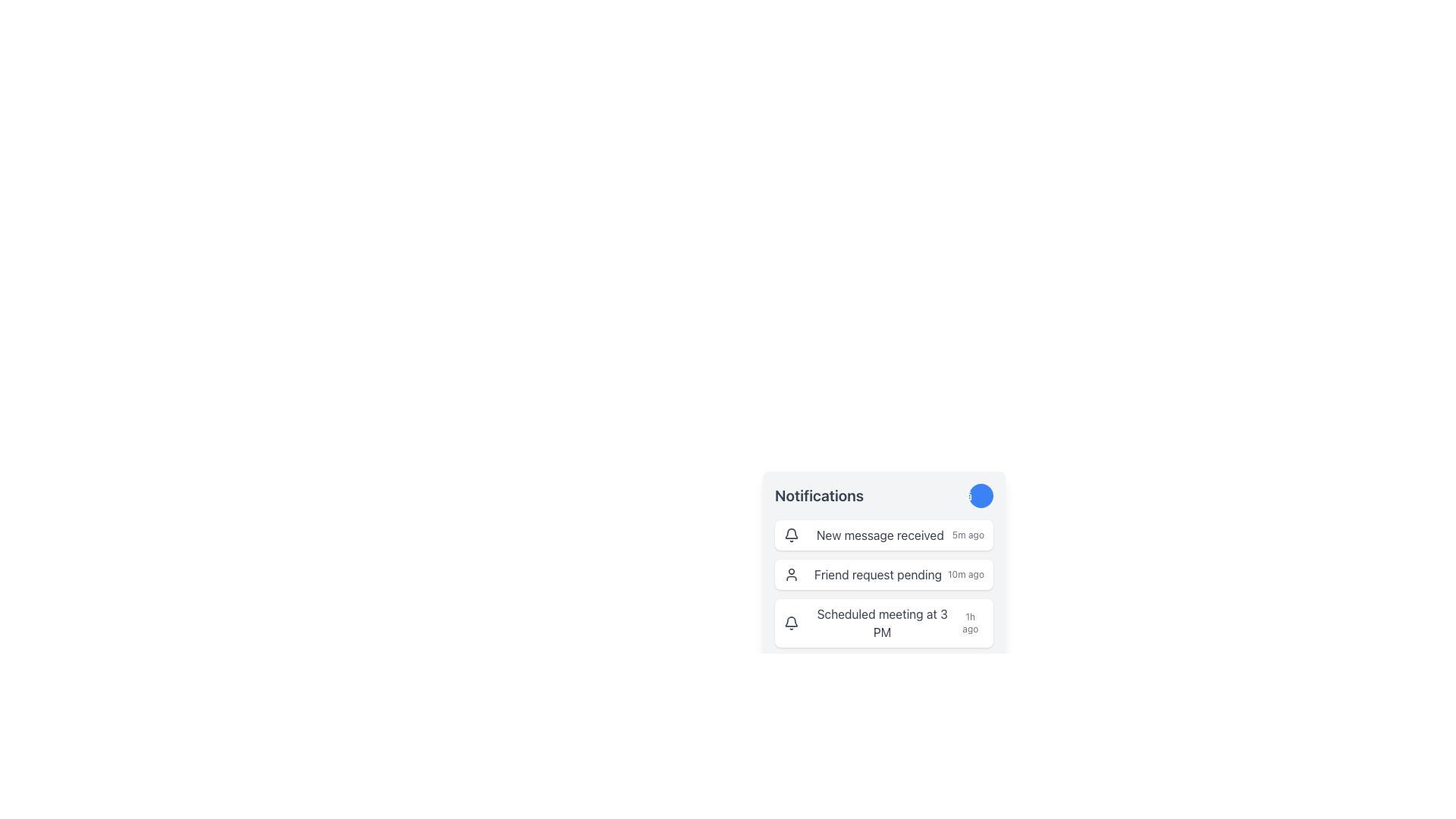 This screenshot has height=819, width=1456. What do you see at coordinates (965, 575) in the screenshot?
I see `text label displaying '10m ago' located in the bottom-right corner of the notification card indicating the time elapsed since the event occurred` at bounding box center [965, 575].